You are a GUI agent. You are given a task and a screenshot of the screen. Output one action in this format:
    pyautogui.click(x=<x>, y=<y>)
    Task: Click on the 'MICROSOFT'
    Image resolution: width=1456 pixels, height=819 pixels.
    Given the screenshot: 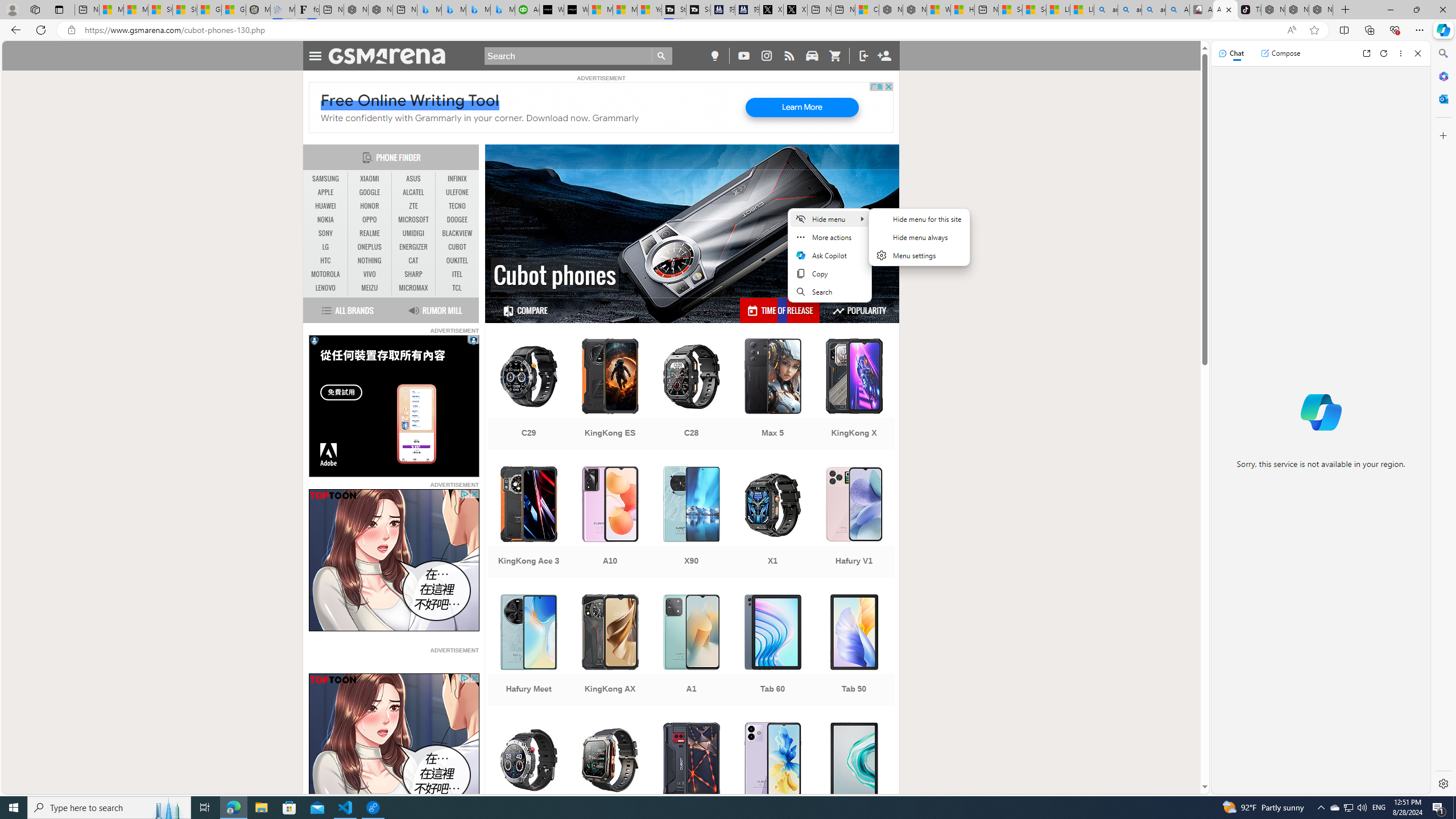 What is the action you would take?
    pyautogui.click(x=413, y=220)
    